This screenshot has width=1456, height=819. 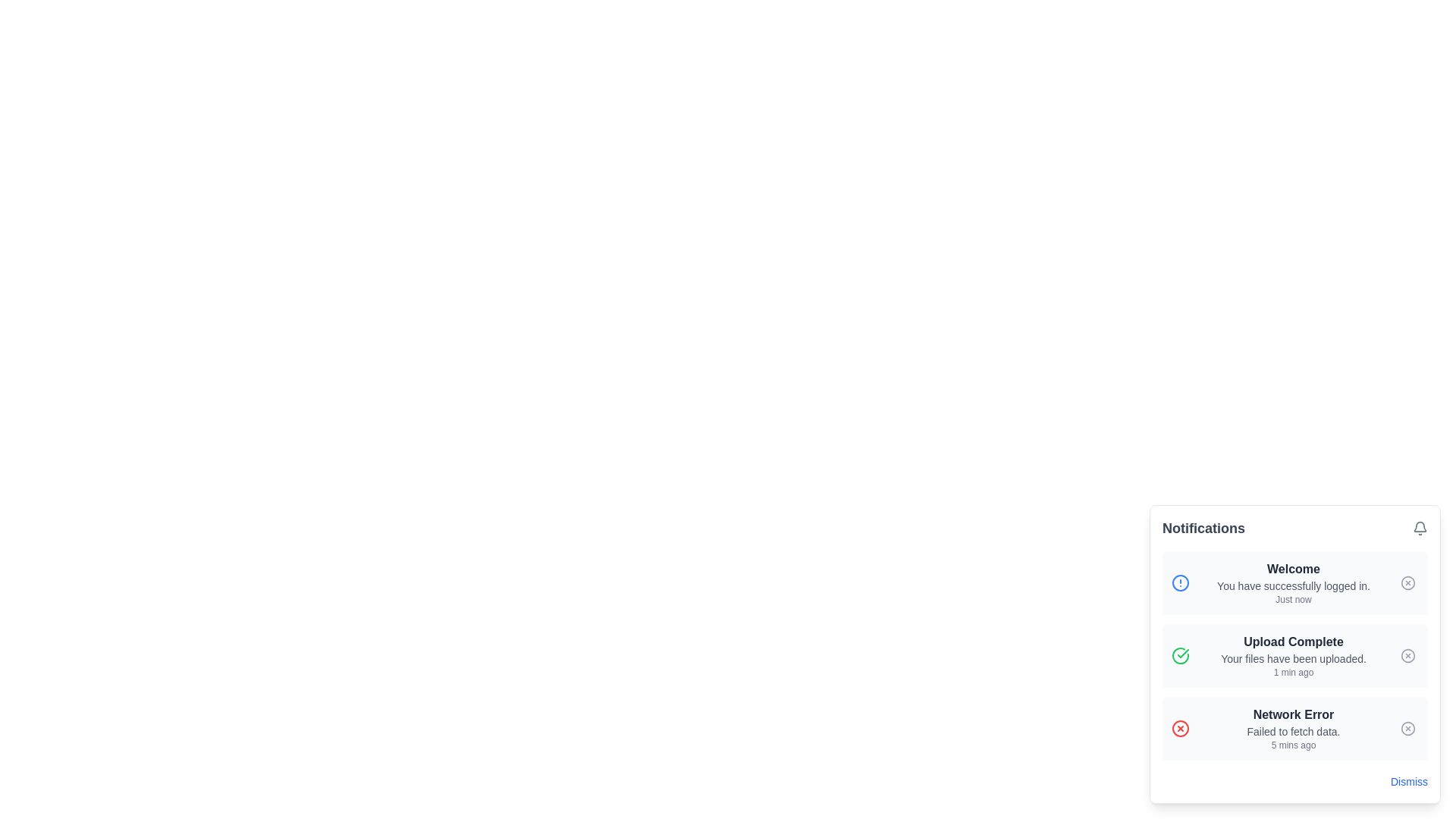 I want to click on the dismiss button on the far-right edge of the 'Upload Complete' notification, so click(x=1407, y=654).